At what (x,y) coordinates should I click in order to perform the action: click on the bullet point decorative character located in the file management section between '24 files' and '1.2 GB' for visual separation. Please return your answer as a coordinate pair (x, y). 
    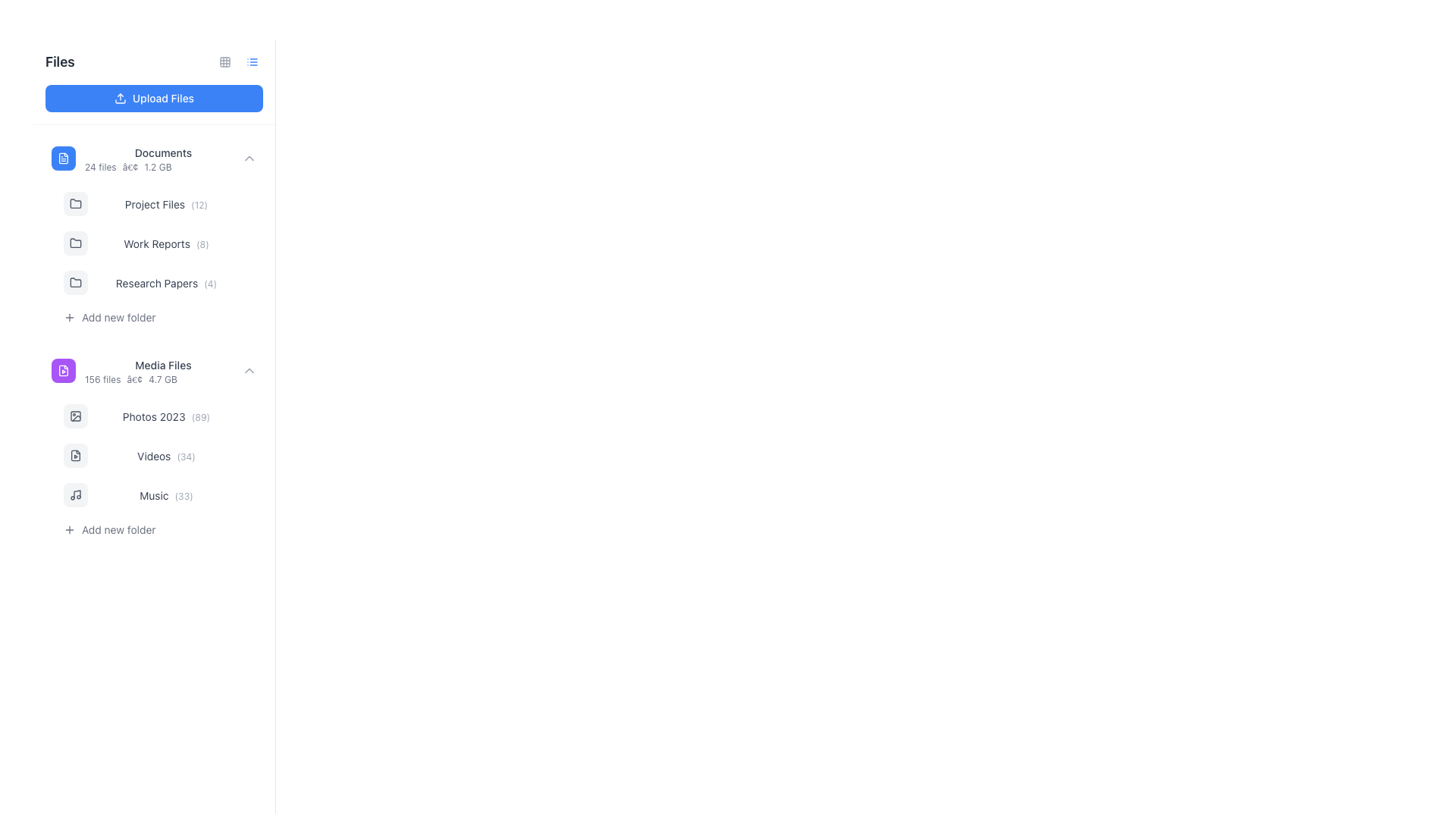
    Looking at the image, I should click on (130, 167).